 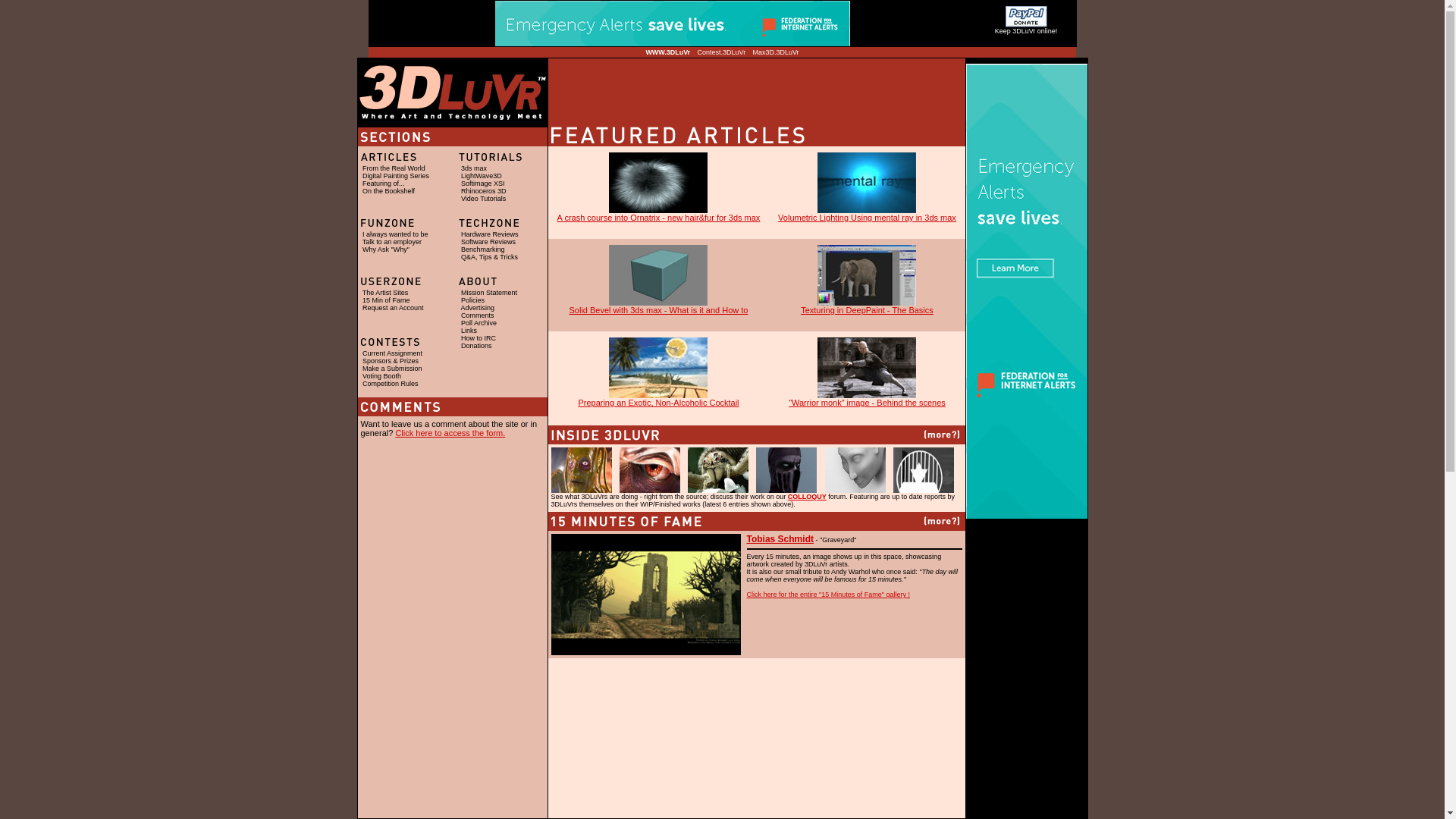 I want to click on 'Texturing in DeepPaint - The Basics', so click(x=867, y=306).